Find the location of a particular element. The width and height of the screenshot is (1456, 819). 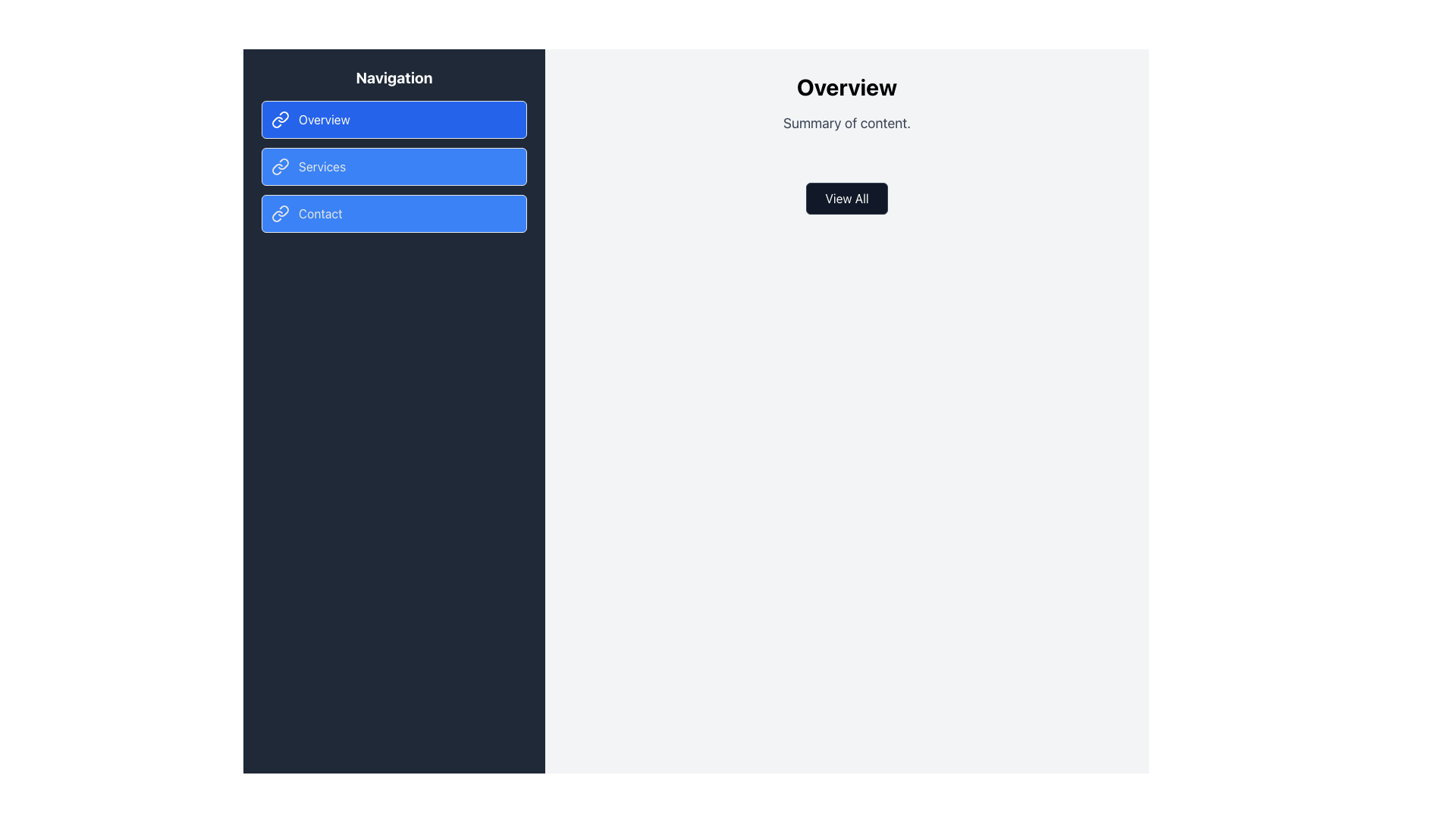

the static text element that provides a brief description in the 'Overview' section, located below the 'Overview' heading is located at coordinates (846, 122).